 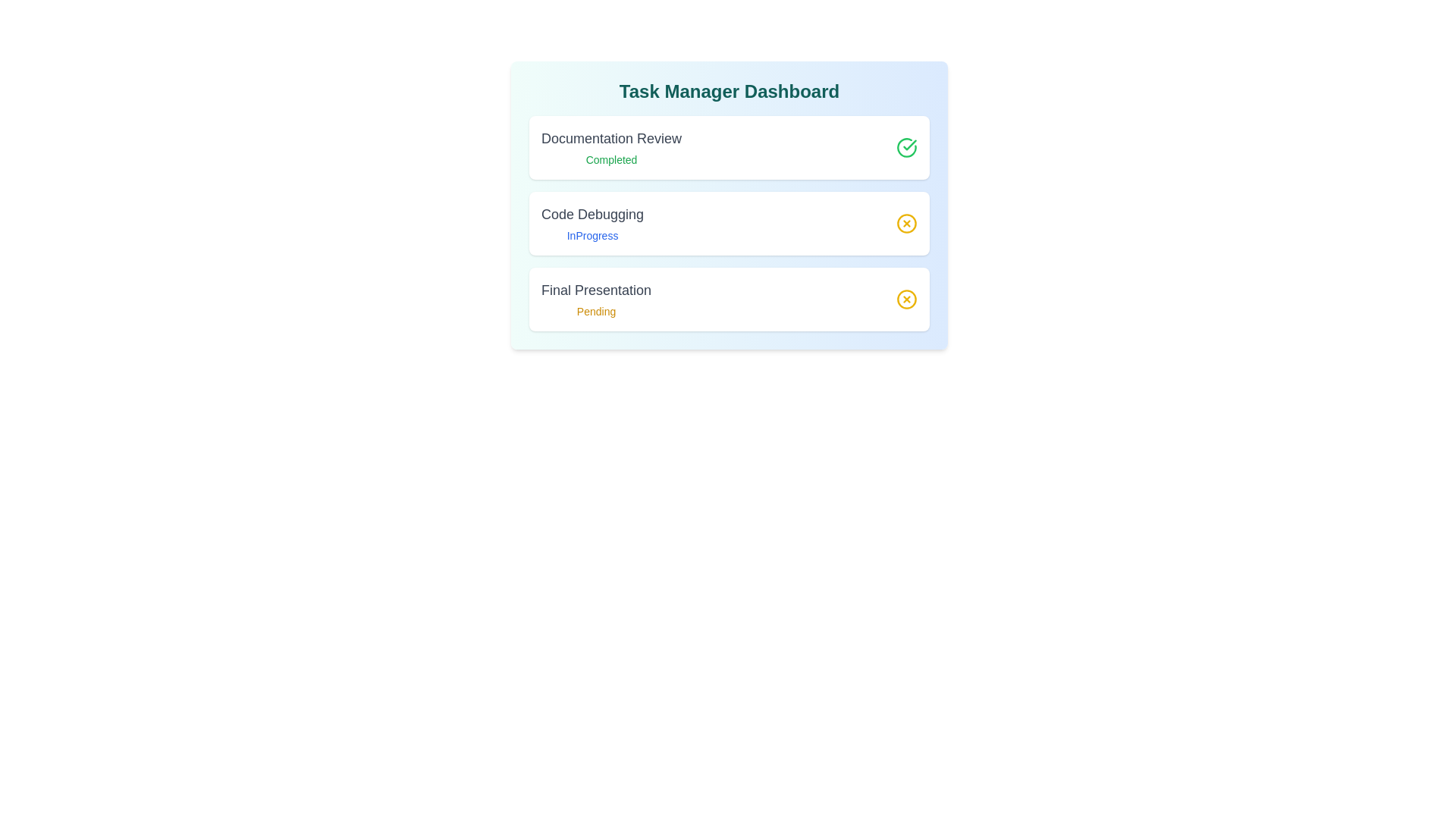 What do you see at coordinates (595, 290) in the screenshot?
I see `the task title Final Presentation` at bounding box center [595, 290].